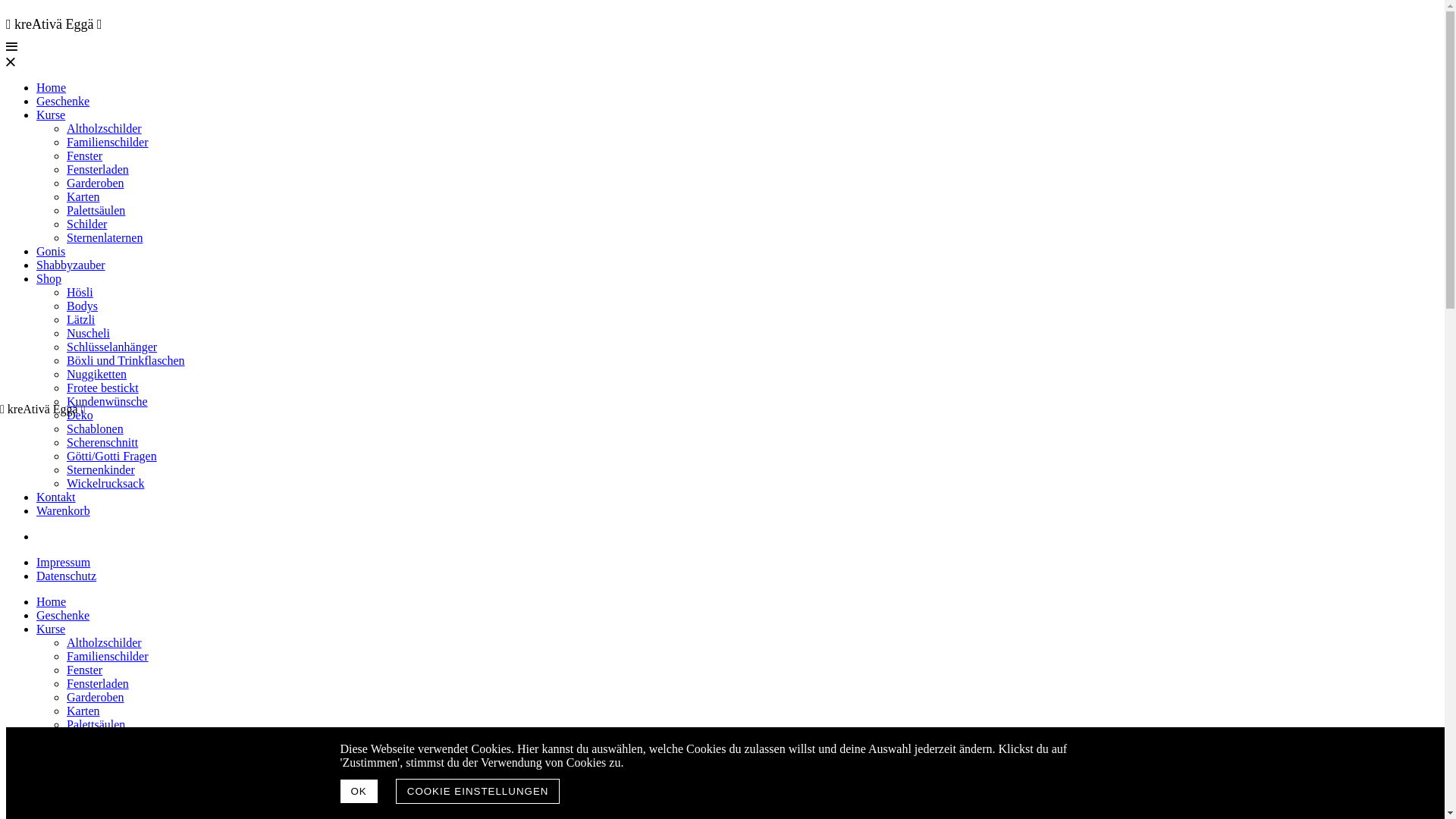 Image resolution: width=1456 pixels, height=819 pixels. Describe the element at coordinates (36, 510) in the screenshot. I see `'Warenkorb'` at that location.